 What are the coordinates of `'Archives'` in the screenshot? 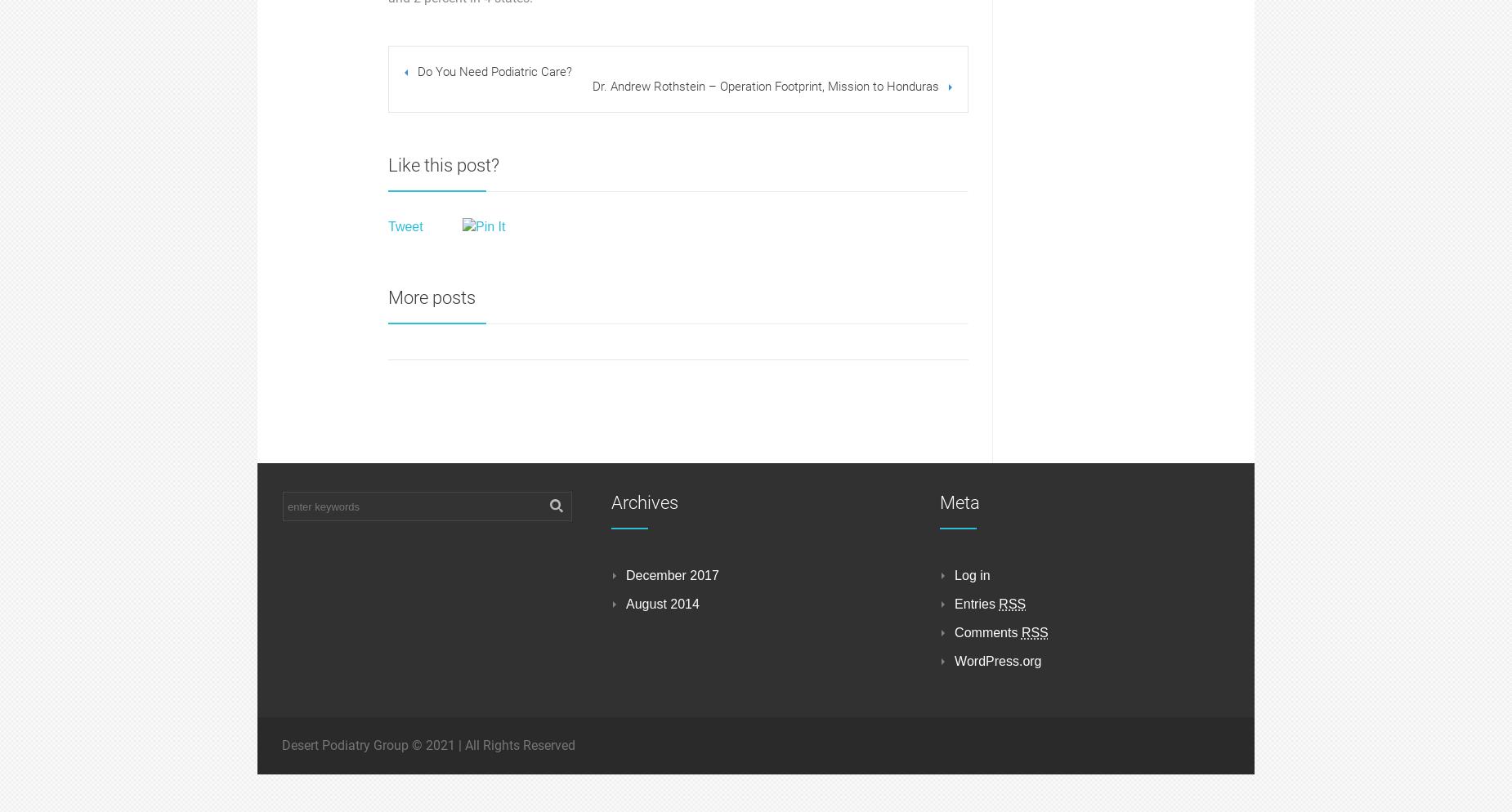 It's located at (645, 502).